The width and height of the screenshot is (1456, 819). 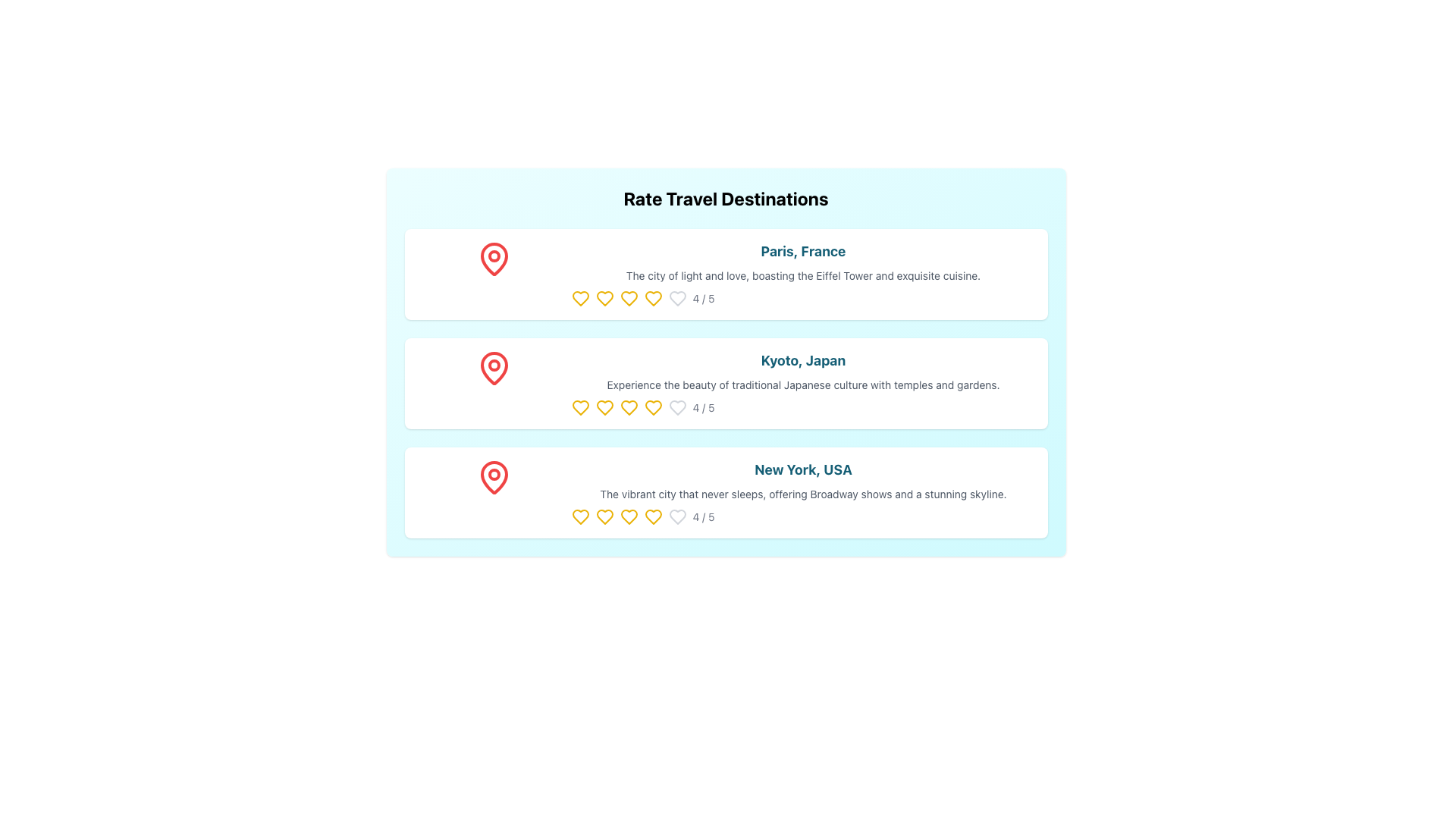 What do you see at coordinates (604, 406) in the screenshot?
I see `the second heart-shaped rating icon under the 'Kyoto, Japan' section to enlarge it through CSS transformation` at bounding box center [604, 406].